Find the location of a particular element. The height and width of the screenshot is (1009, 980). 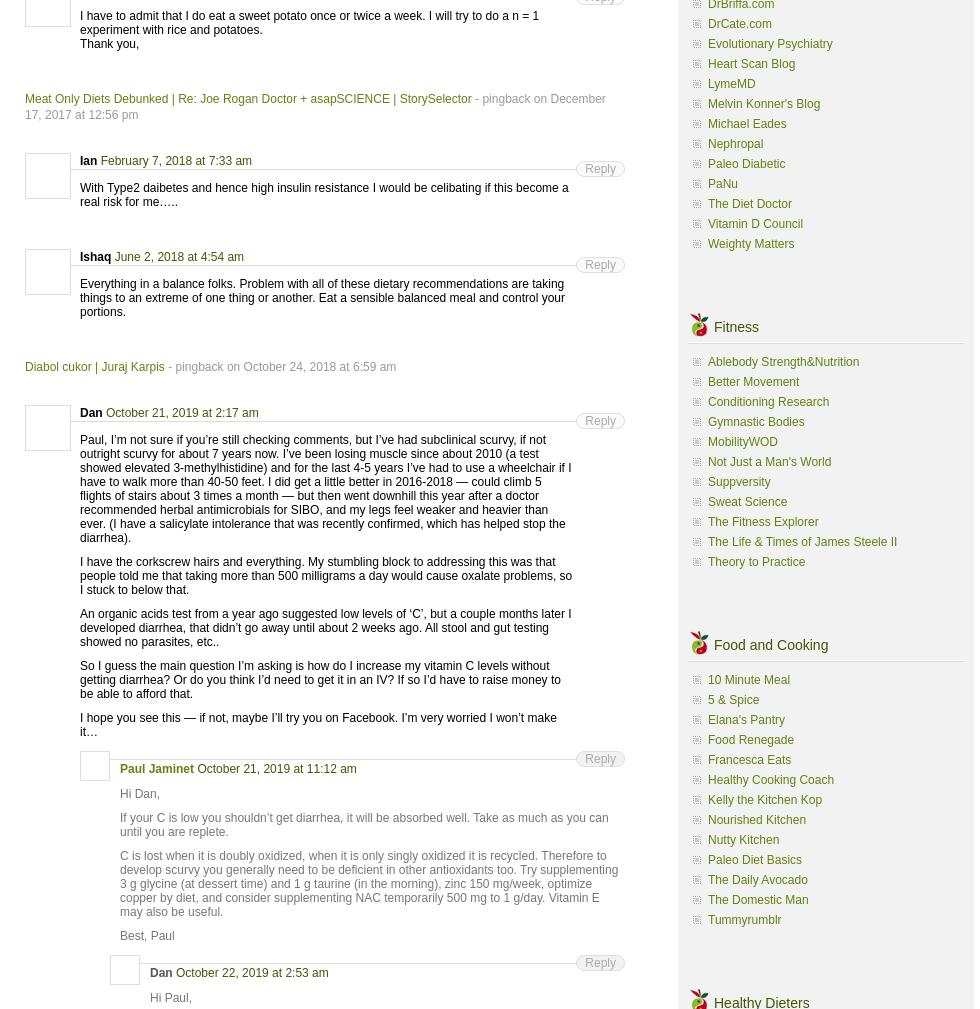

'Evolutionary Psychiatry' is located at coordinates (769, 41).